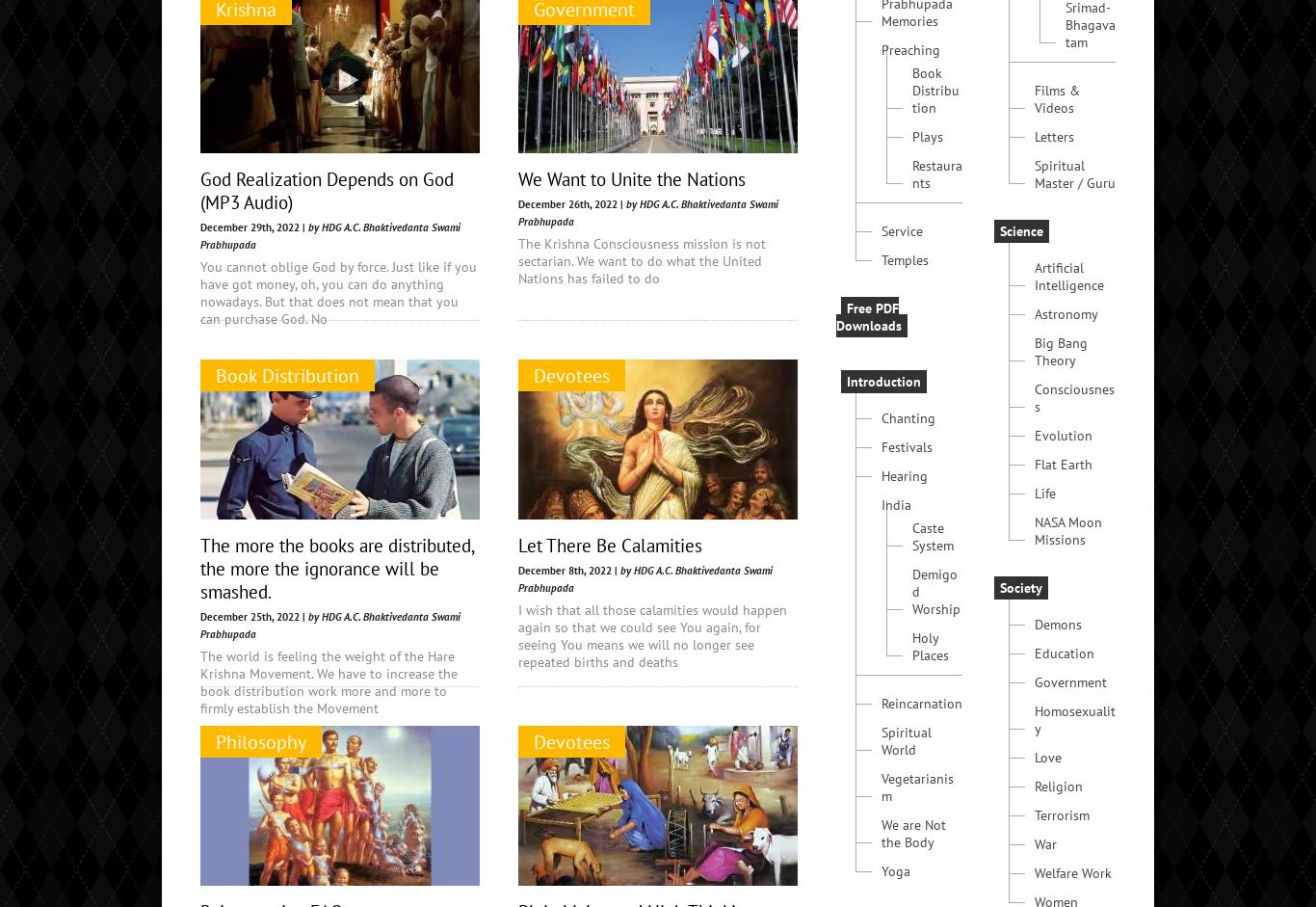 The height and width of the screenshot is (907, 1316). I want to click on 'Artificial Intelligence', so click(1068, 421).